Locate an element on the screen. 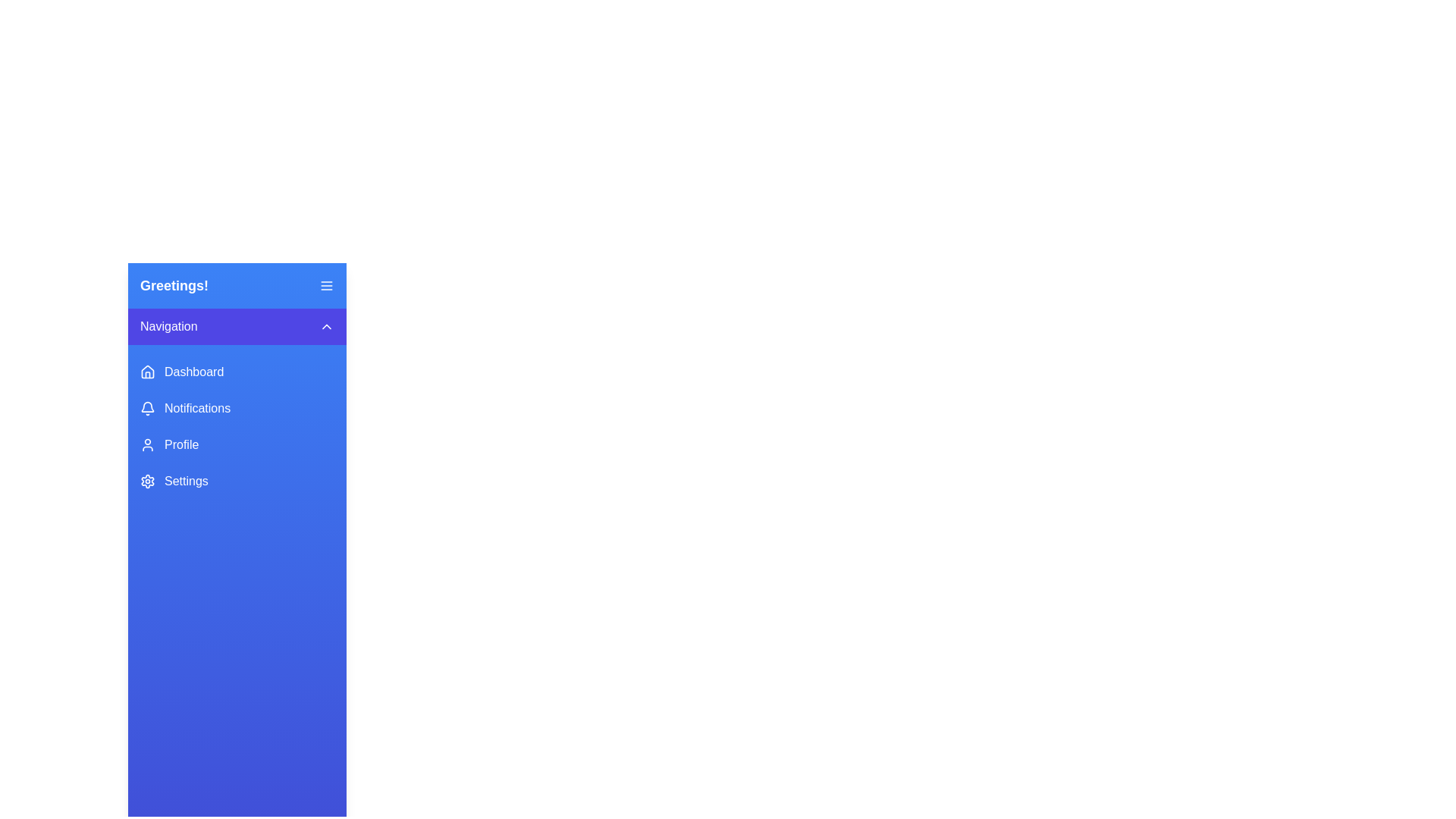 The height and width of the screenshot is (819, 1456). the 'Dashboard' icon located in the left sidebar is located at coordinates (148, 372).